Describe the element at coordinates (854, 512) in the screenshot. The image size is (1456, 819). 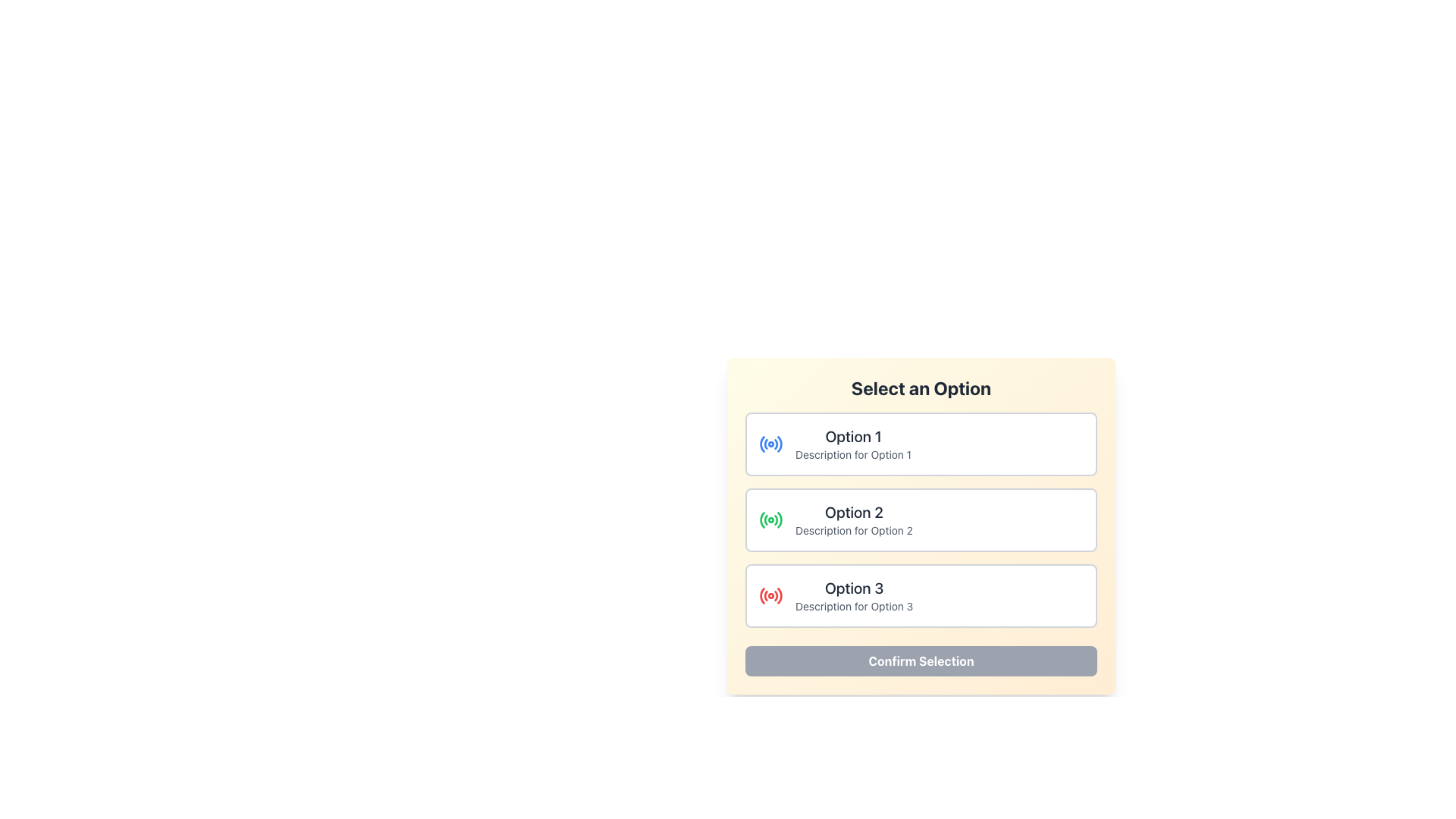
I see `the text element that displays 'Option 2', which is styled in a bold, larger font and is centrally aligned within its section, located between 'Option 1' and 'Option 3'` at that location.